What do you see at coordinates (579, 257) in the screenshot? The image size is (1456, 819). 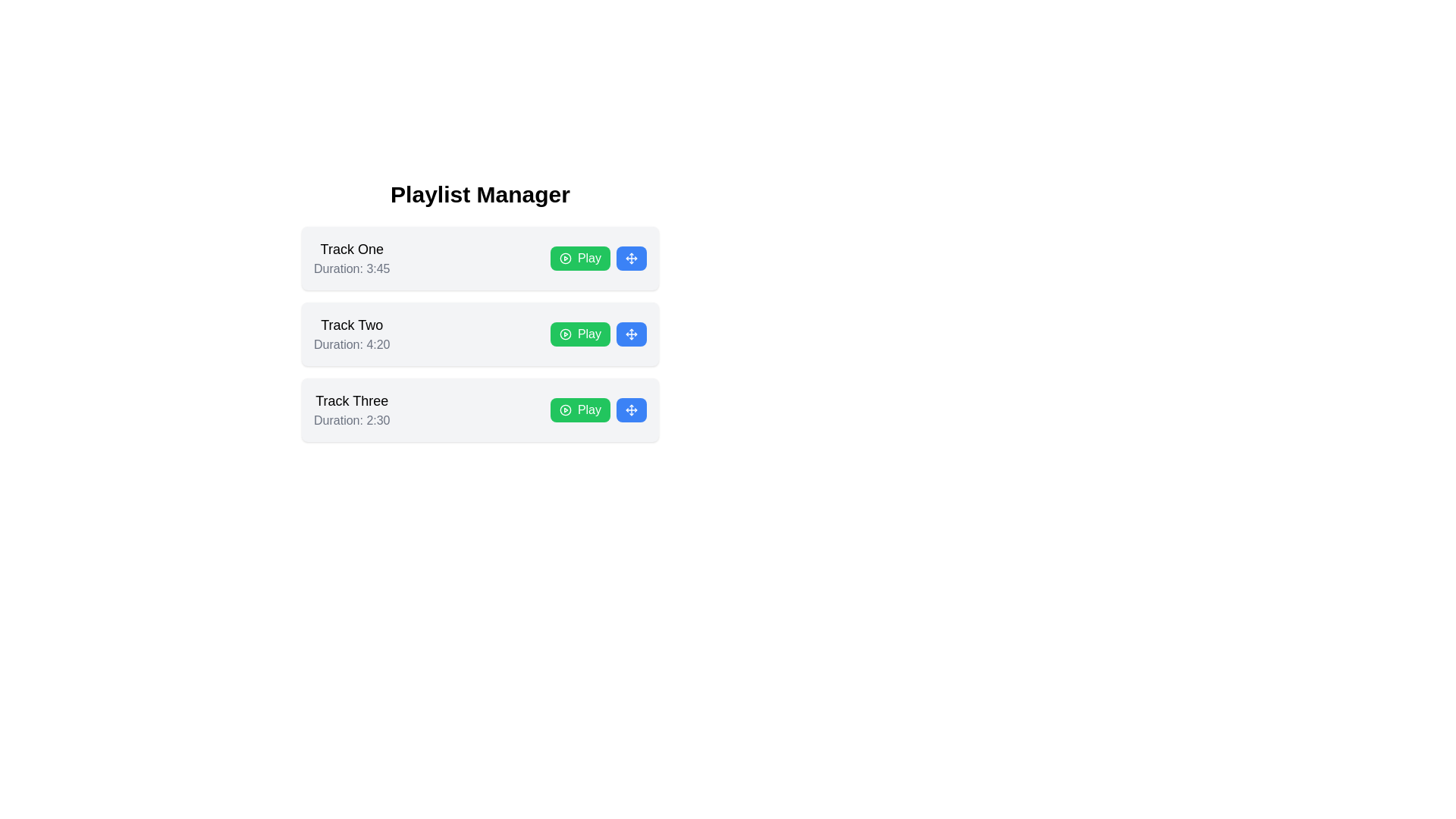 I see `the green 'Play' button with a white circular play icon located under the 'Track One' section in the playlist manager interface` at bounding box center [579, 257].